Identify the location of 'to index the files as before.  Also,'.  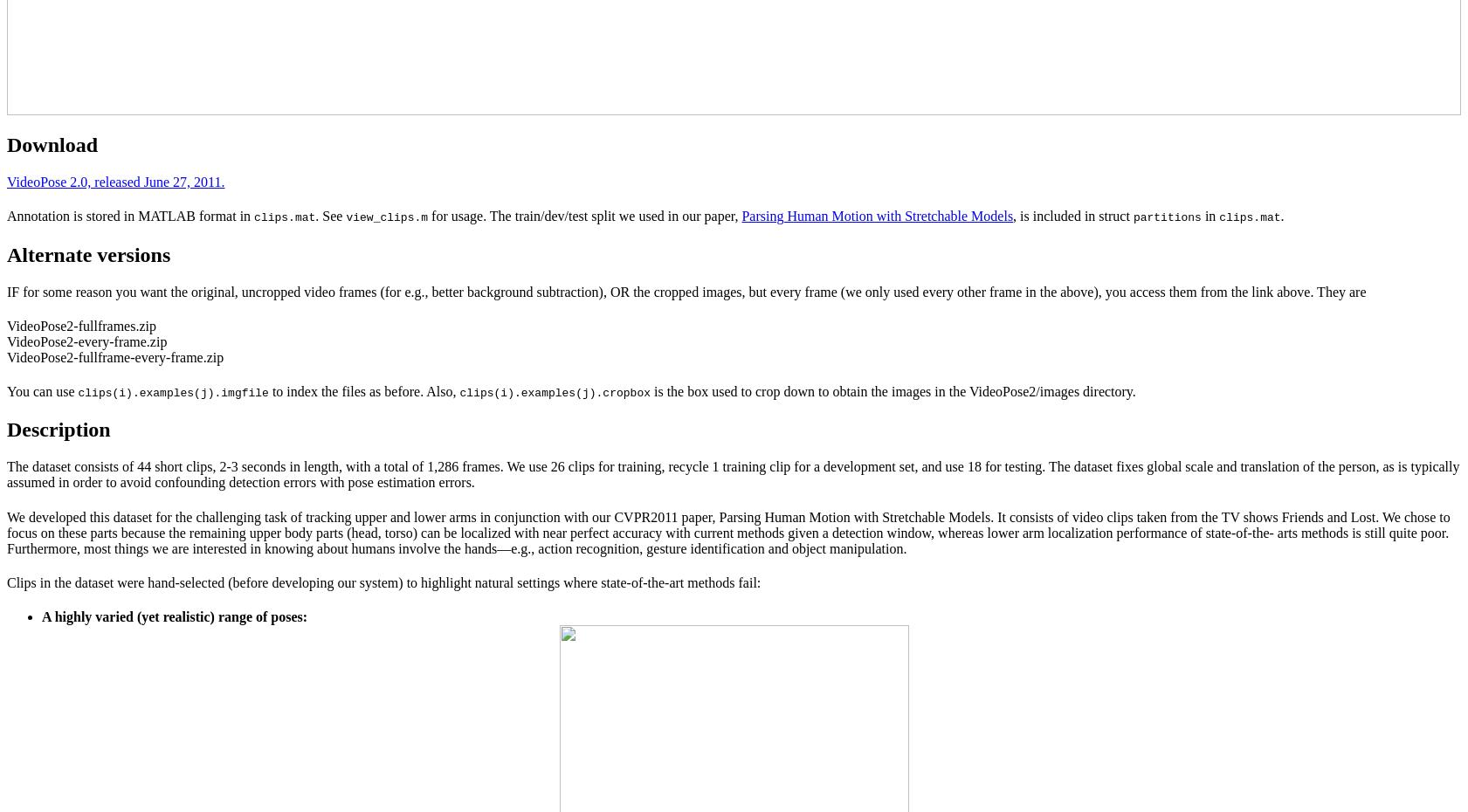
(362, 391).